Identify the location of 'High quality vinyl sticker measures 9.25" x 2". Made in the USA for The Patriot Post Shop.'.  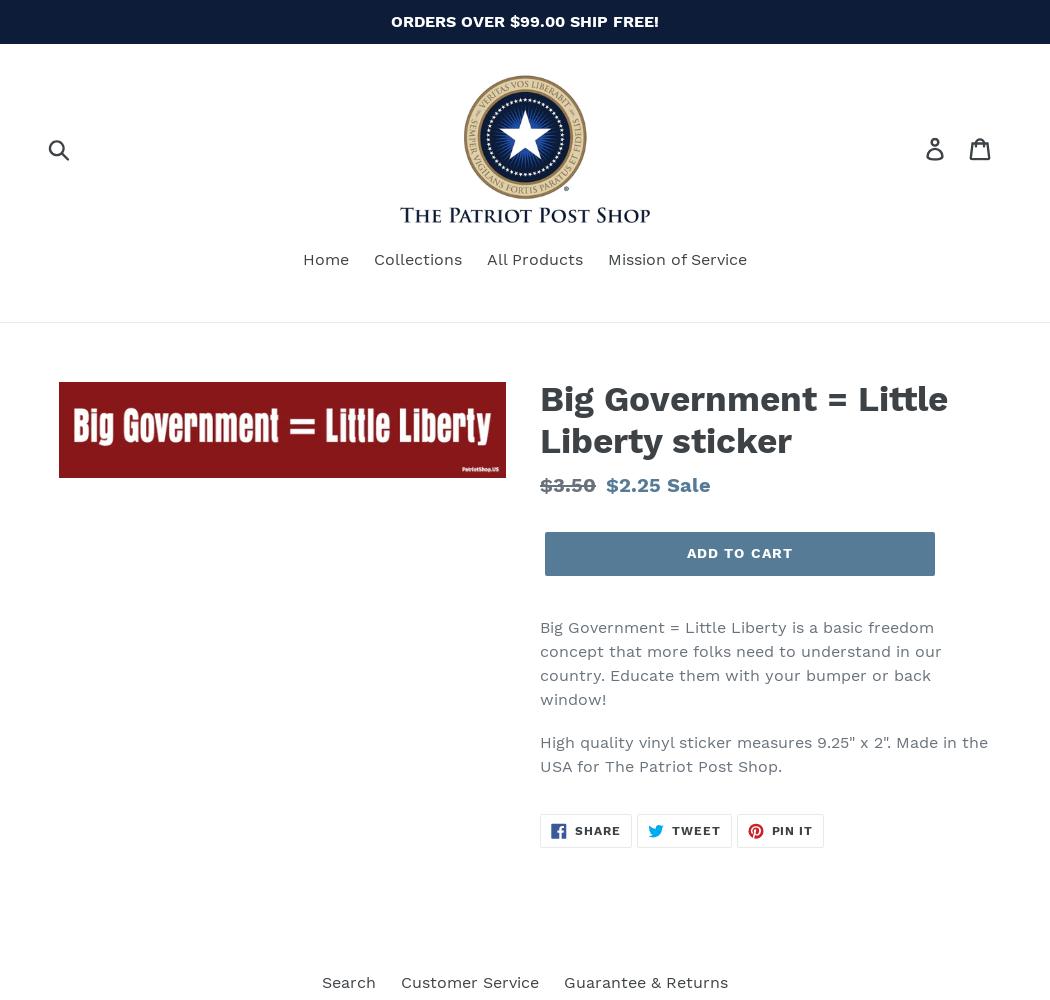
(763, 754).